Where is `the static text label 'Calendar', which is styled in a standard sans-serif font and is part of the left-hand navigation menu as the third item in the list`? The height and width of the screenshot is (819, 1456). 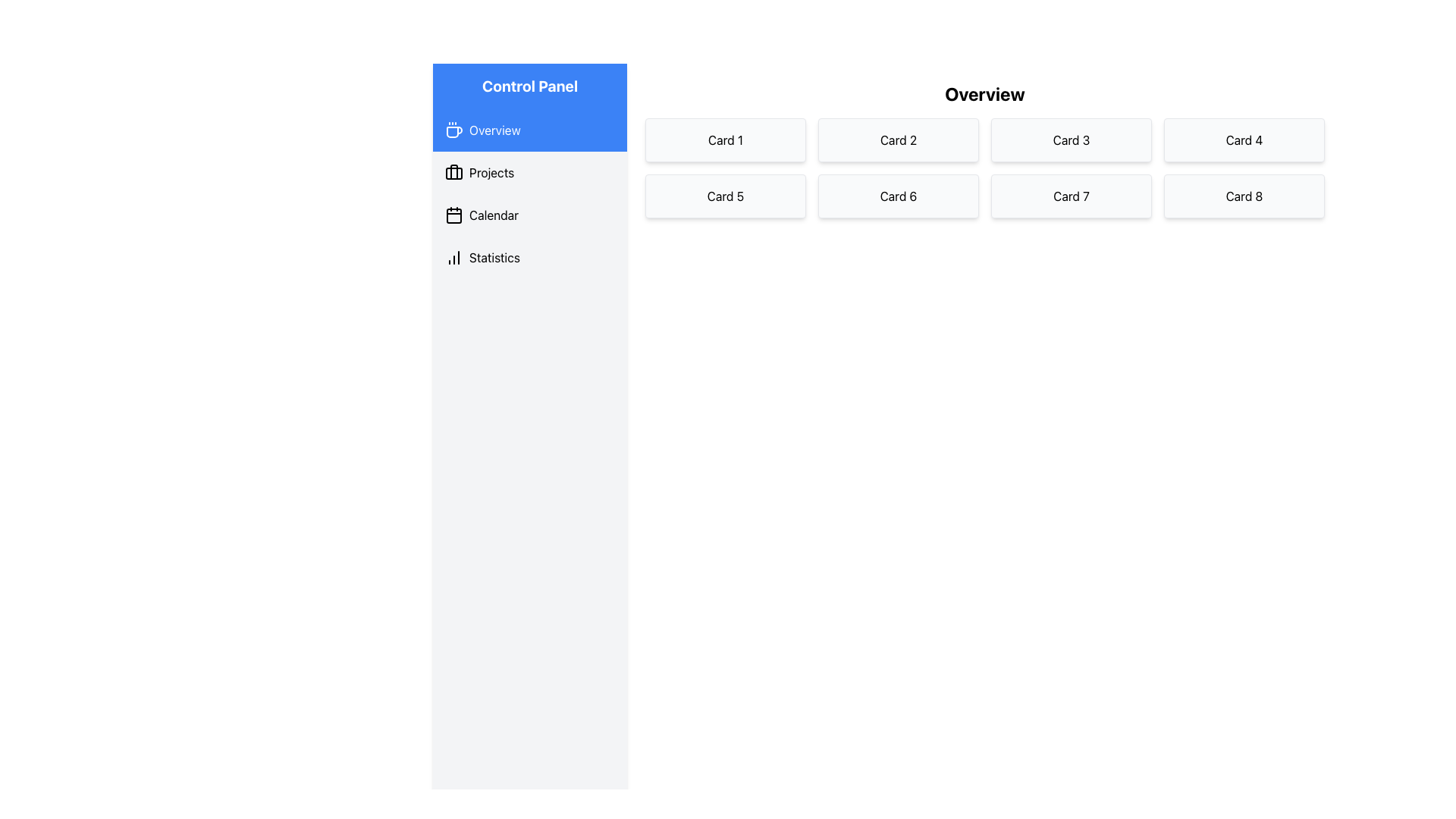
the static text label 'Calendar', which is styled in a standard sans-serif font and is part of the left-hand navigation menu as the third item in the list is located at coordinates (494, 215).